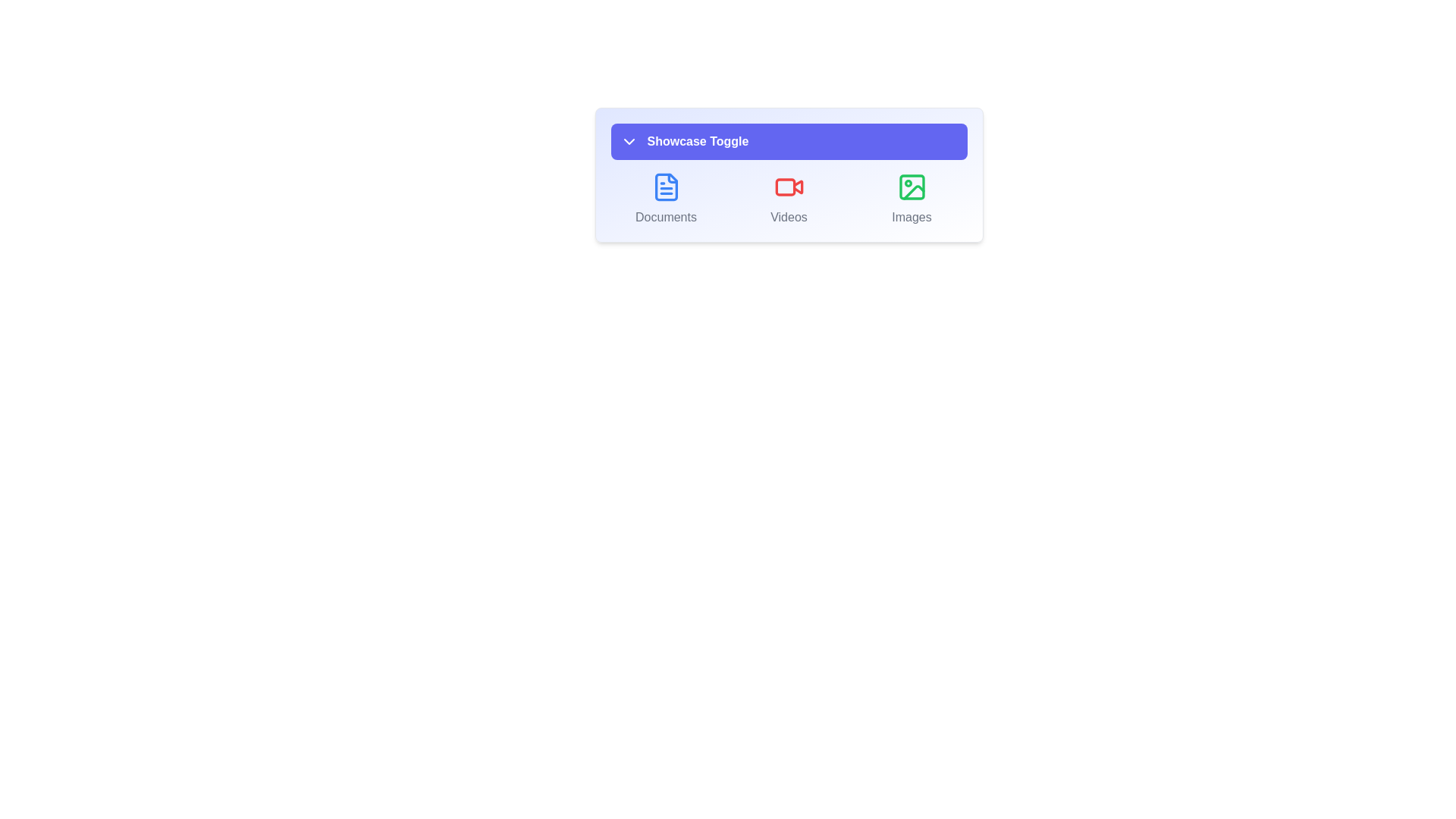 This screenshot has width=1456, height=819. I want to click on the blue file icon labeled 'Documents', so click(666, 186).